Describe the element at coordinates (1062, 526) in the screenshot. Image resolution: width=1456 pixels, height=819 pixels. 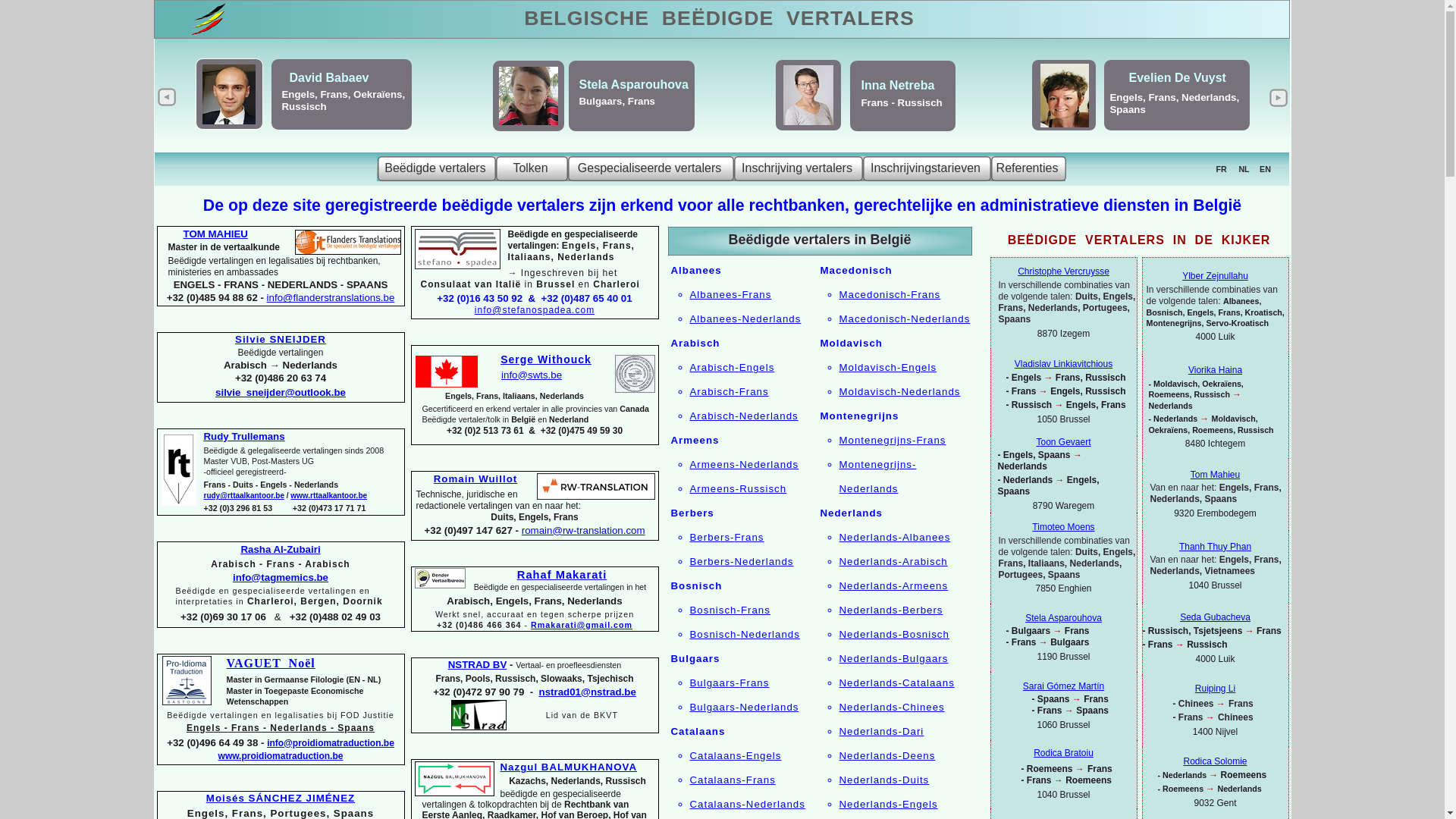
I see `'Timoteo Moens'` at that location.